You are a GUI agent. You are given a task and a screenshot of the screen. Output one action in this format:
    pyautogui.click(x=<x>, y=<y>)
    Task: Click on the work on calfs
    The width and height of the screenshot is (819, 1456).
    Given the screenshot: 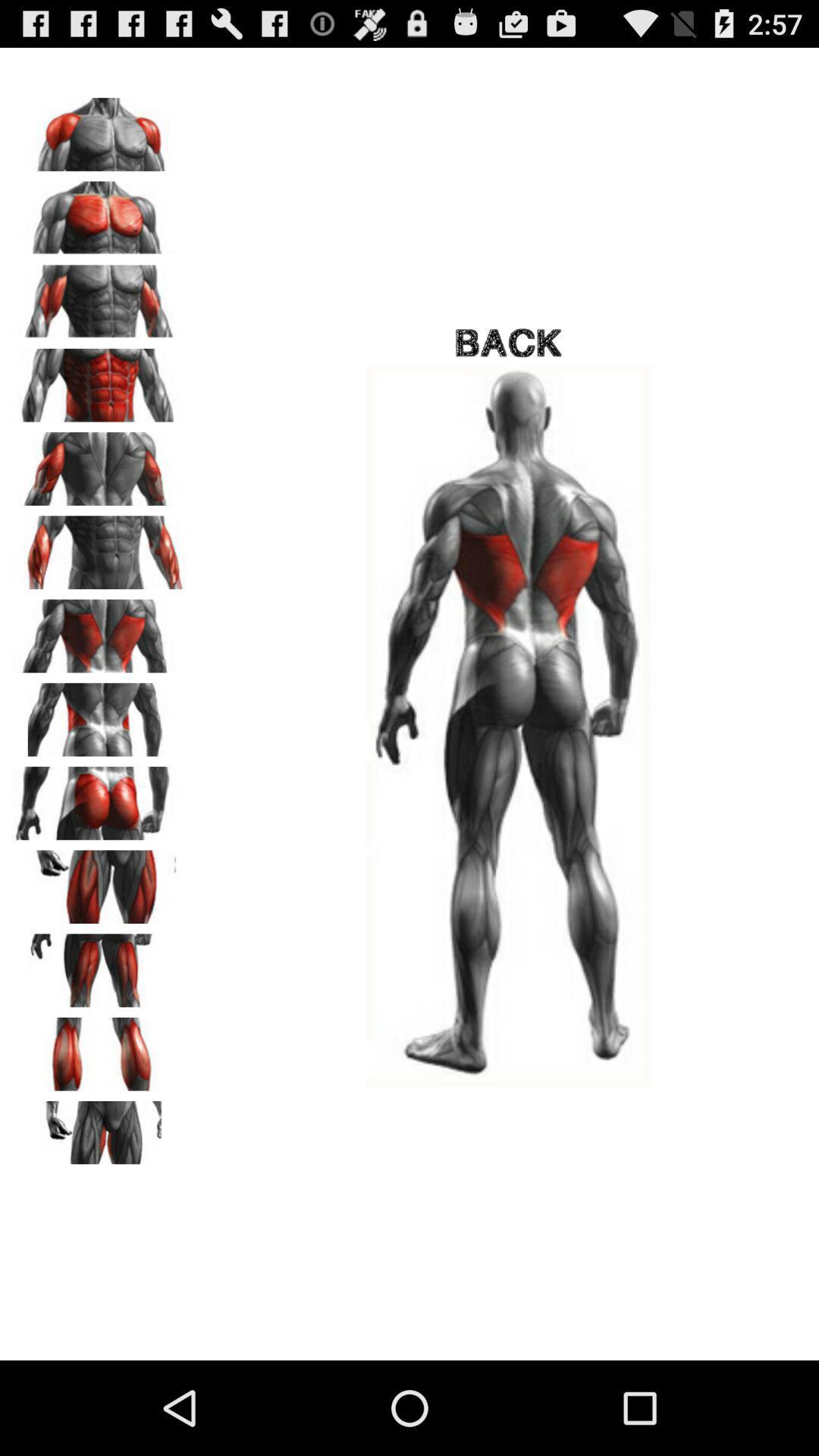 What is the action you would take?
    pyautogui.click(x=99, y=1048)
    